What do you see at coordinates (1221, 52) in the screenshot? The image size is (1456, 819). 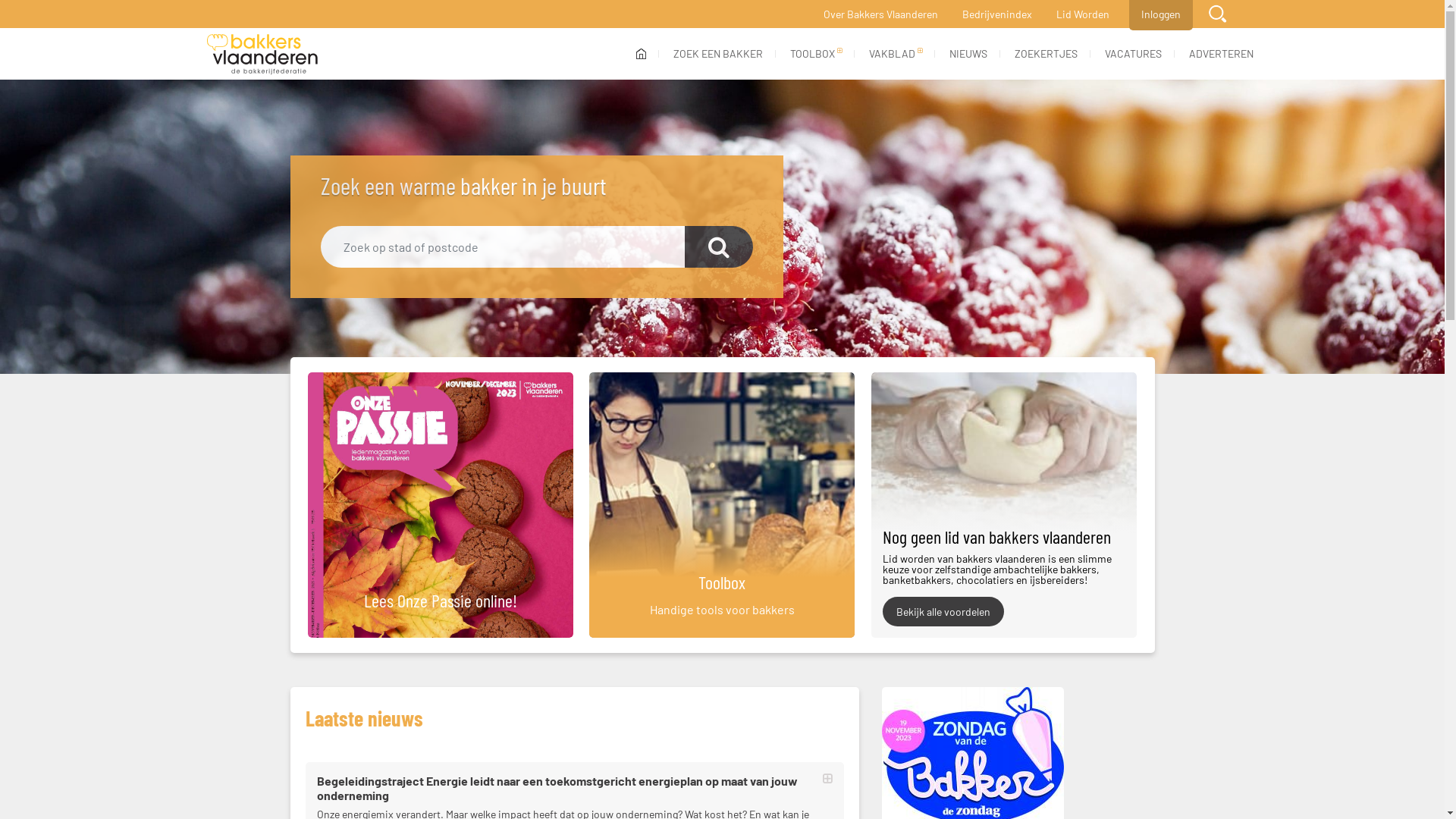 I see `'ADVERTEREN'` at bounding box center [1221, 52].